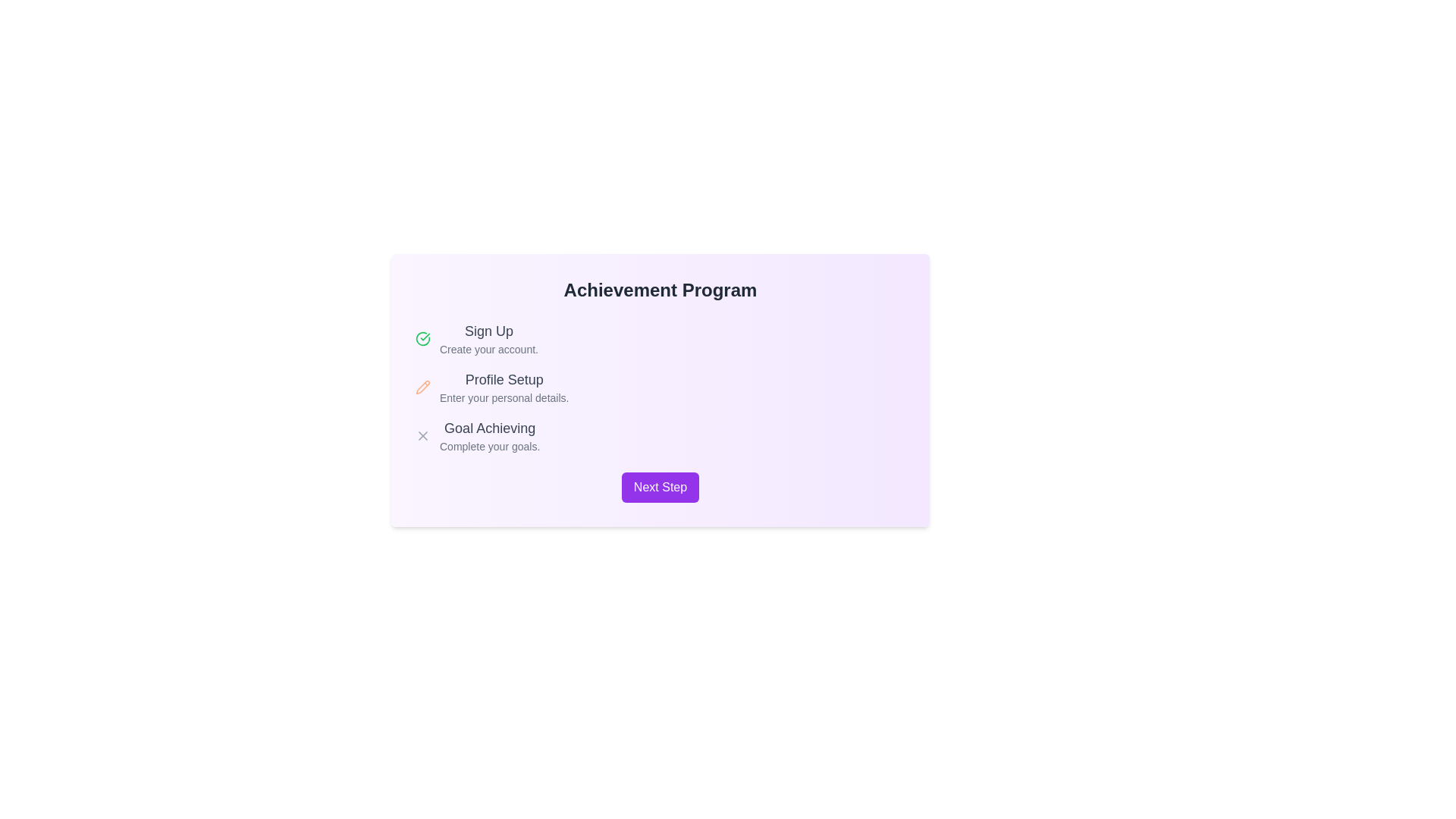 Image resolution: width=1456 pixels, height=819 pixels. What do you see at coordinates (504, 379) in the screenshot?
I see `the 'Profile Setup' text label, which features bold gray text and is positioned centrally above the subtext 'Enter your personal details' in the second row of the layout` at bounding box center [504, 379].